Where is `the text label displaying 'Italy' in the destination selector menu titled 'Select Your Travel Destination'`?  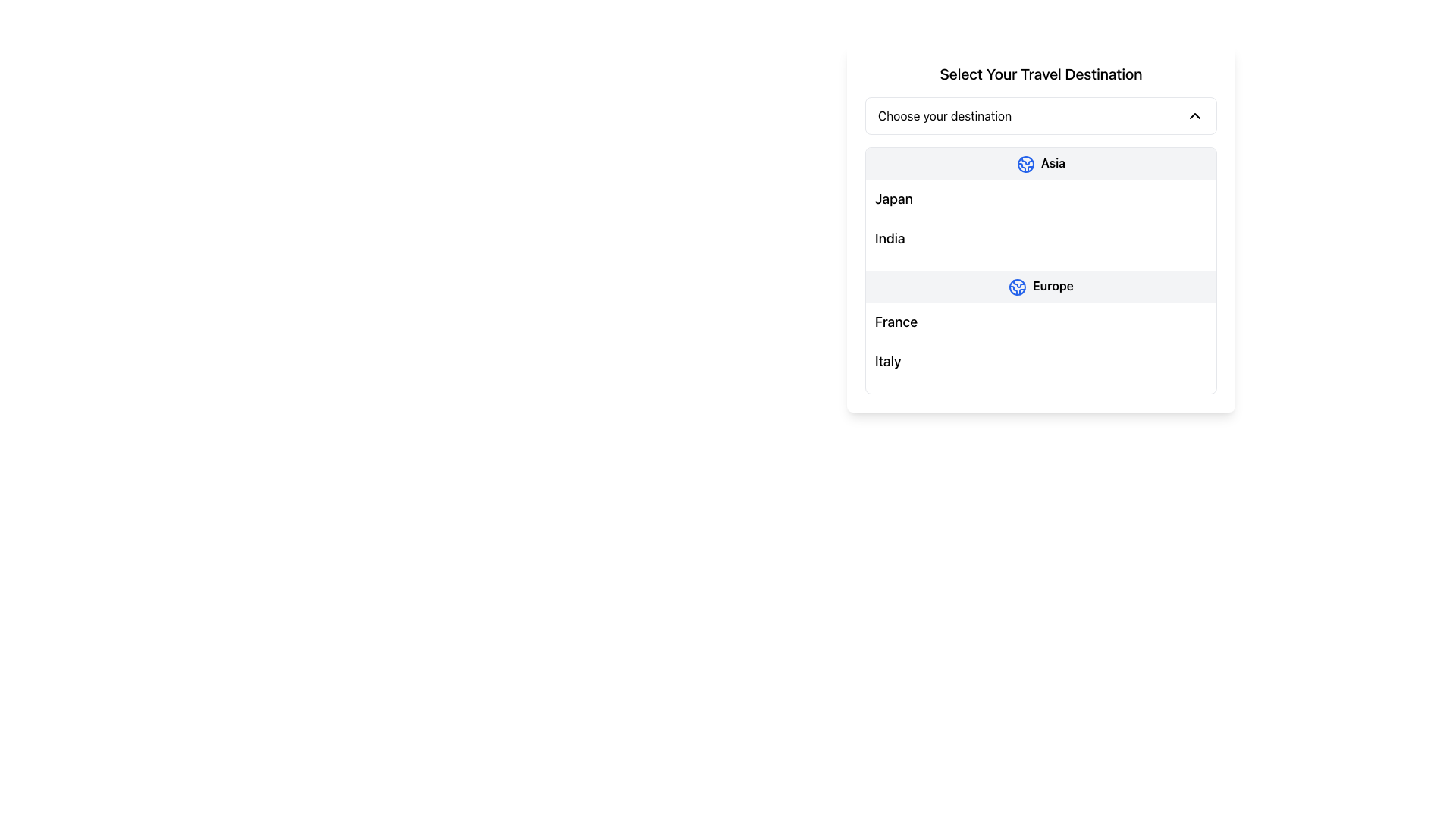 the text label displaying 'Italy' in the destination selector menu titled 'Select Your Travel Destination' is located at coordinates (888, 361).